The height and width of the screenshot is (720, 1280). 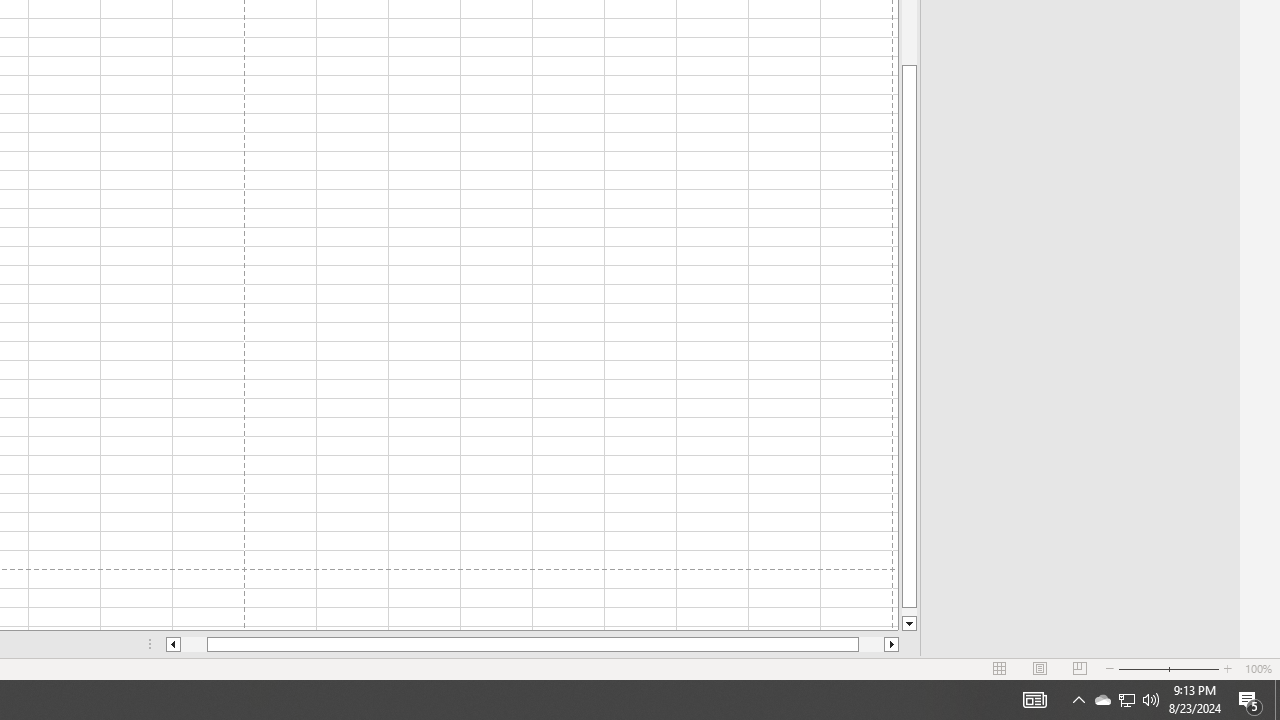 I want to click on 'Normal', so click(x=1000, y=669).